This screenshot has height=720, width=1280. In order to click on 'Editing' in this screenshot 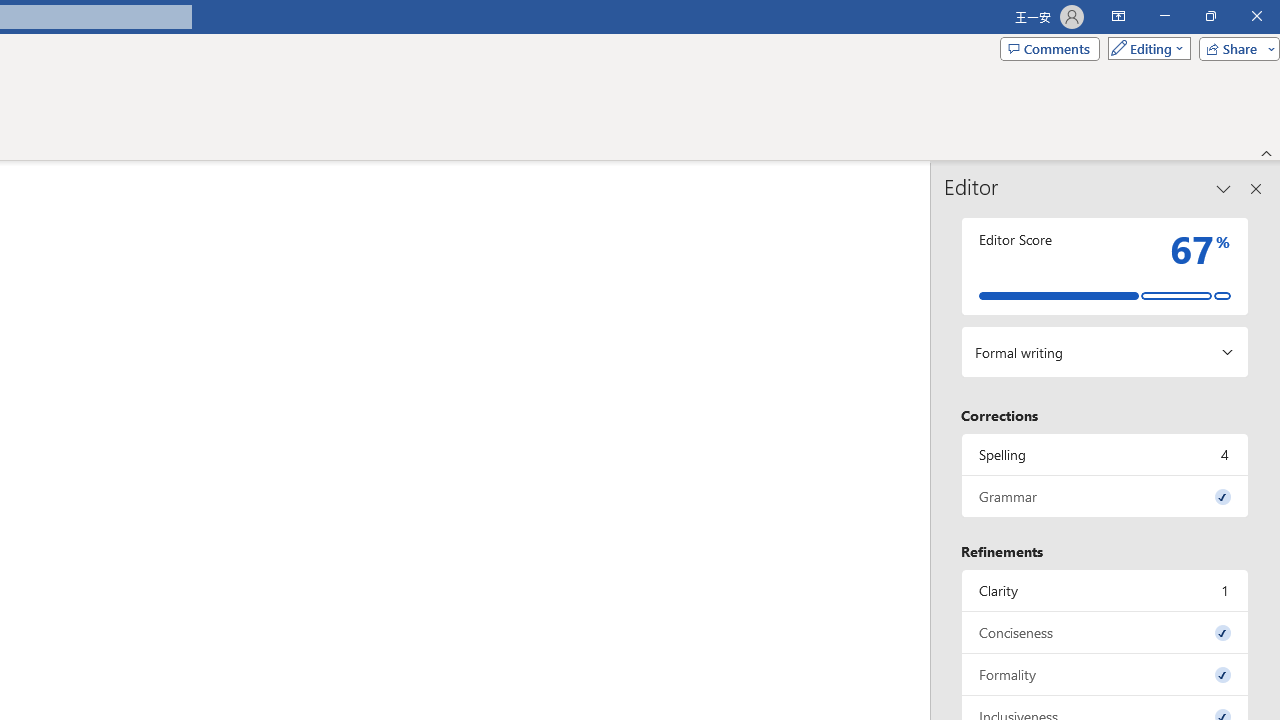, I will do `click(1144, 47)`.